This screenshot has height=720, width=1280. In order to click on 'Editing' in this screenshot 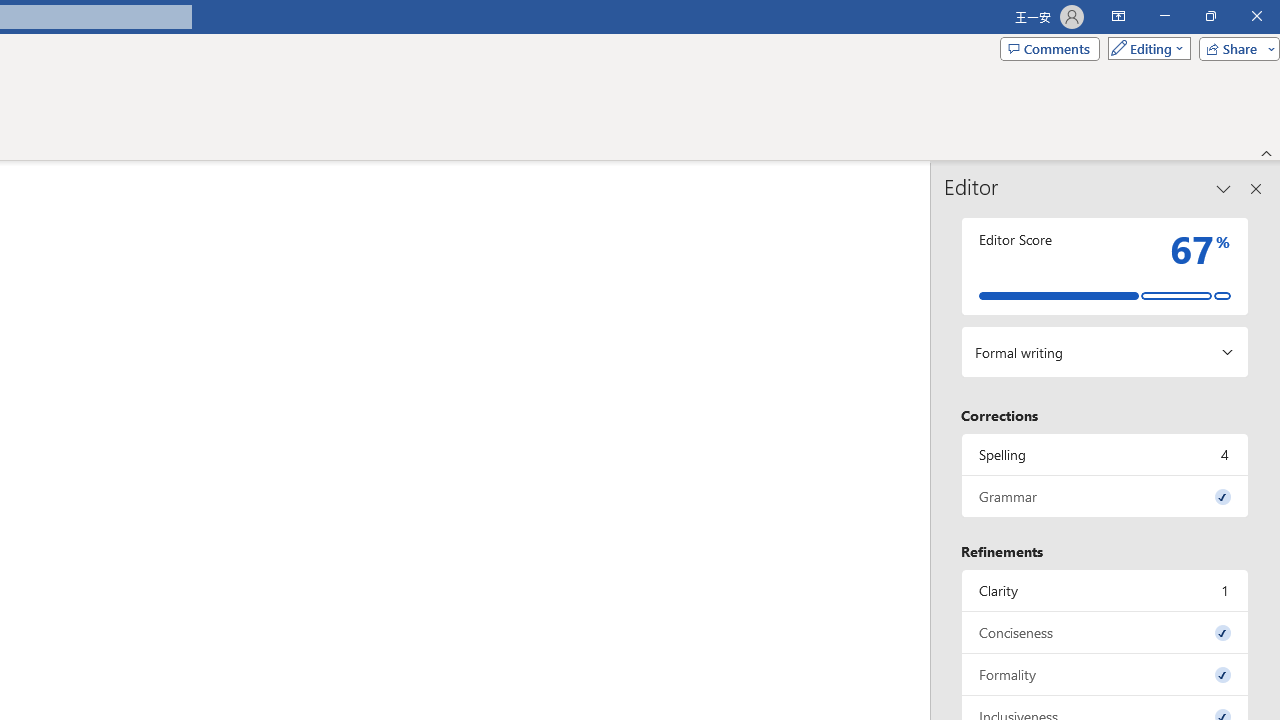, I will do `click(1144, 47)`.